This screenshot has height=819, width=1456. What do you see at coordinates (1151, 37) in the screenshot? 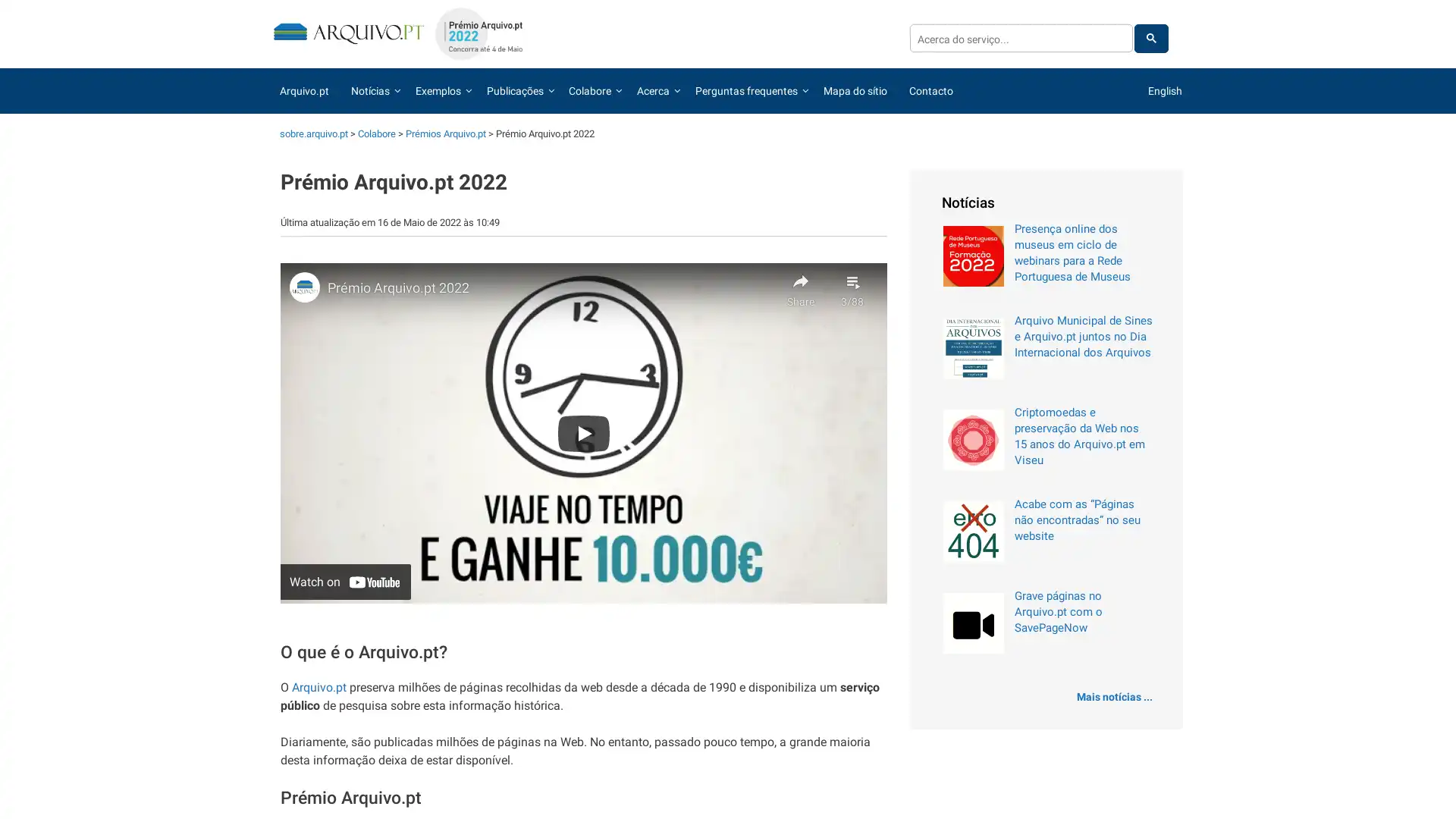
I see `pesquisar` at bounding box center [1151, 37].